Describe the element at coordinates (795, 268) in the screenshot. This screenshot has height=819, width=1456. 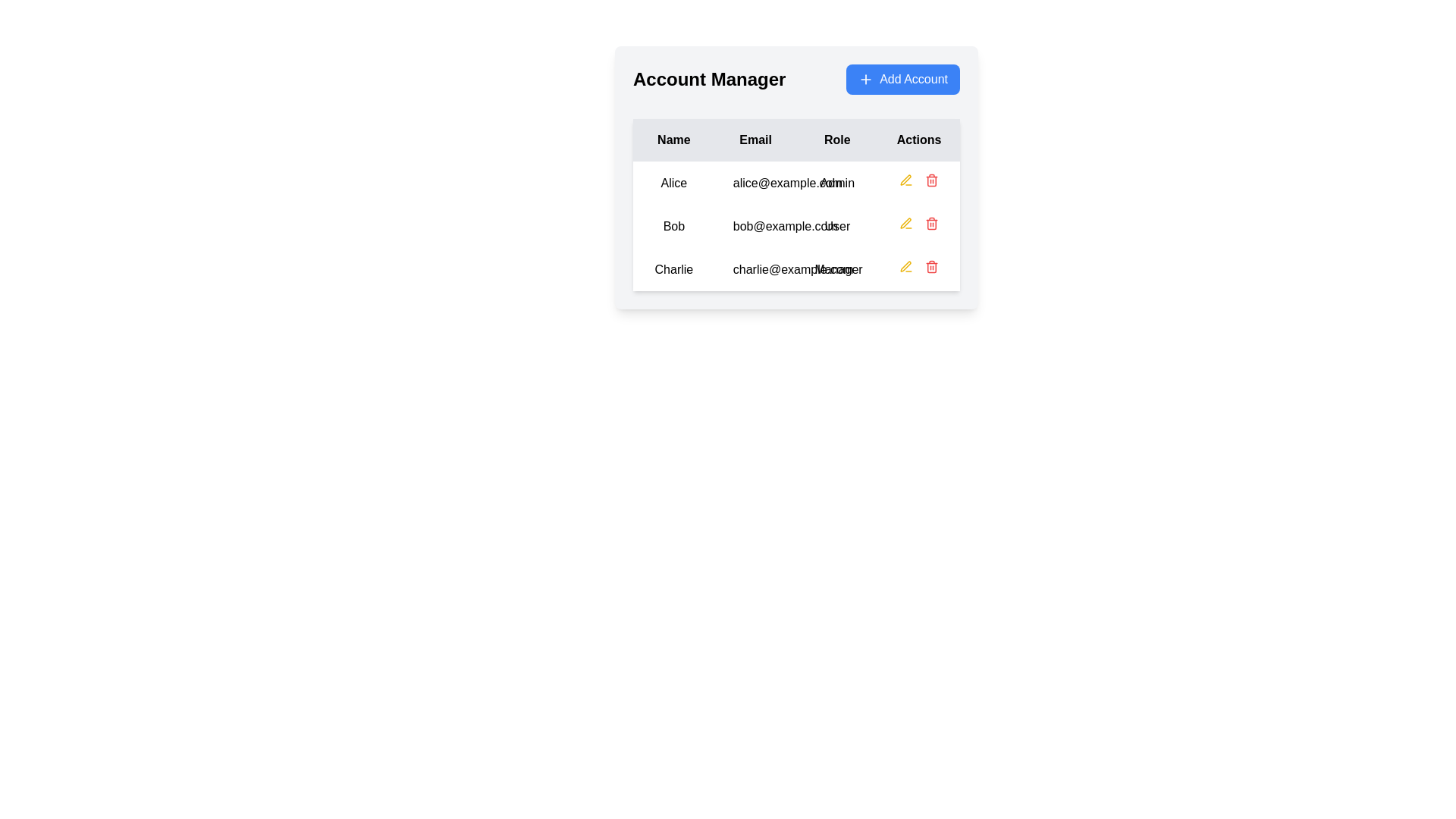
I see `displayed information in the third row of the table under the 'Account Manager' section, which includes details about Charlie, such as their name, email, and role` at that location.